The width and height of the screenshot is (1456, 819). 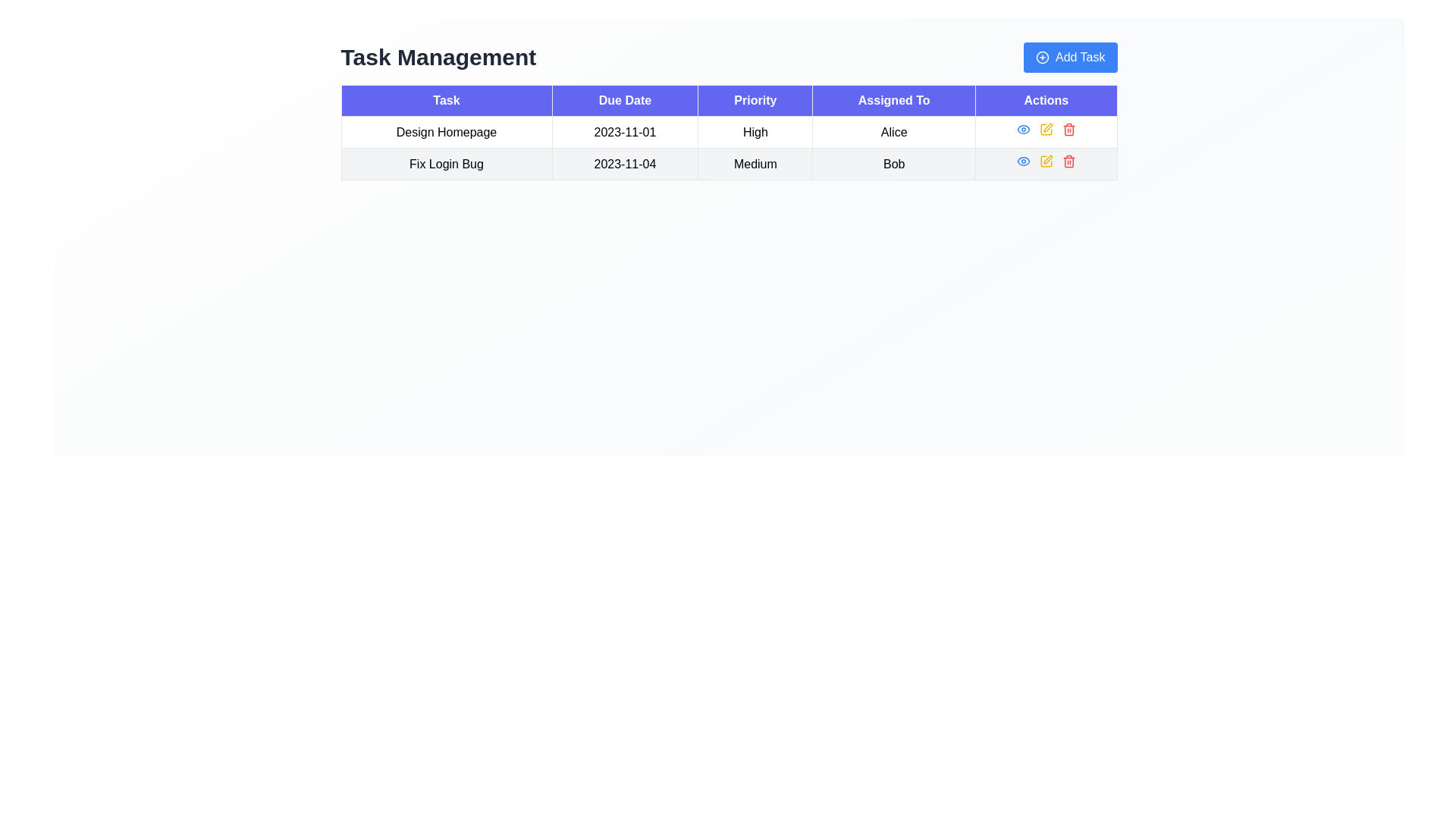 I want to click on the 'edit' icon button in the 'Actions' column, second row, for the task 'Fix Login Bug', so click(x=1047, y=159).